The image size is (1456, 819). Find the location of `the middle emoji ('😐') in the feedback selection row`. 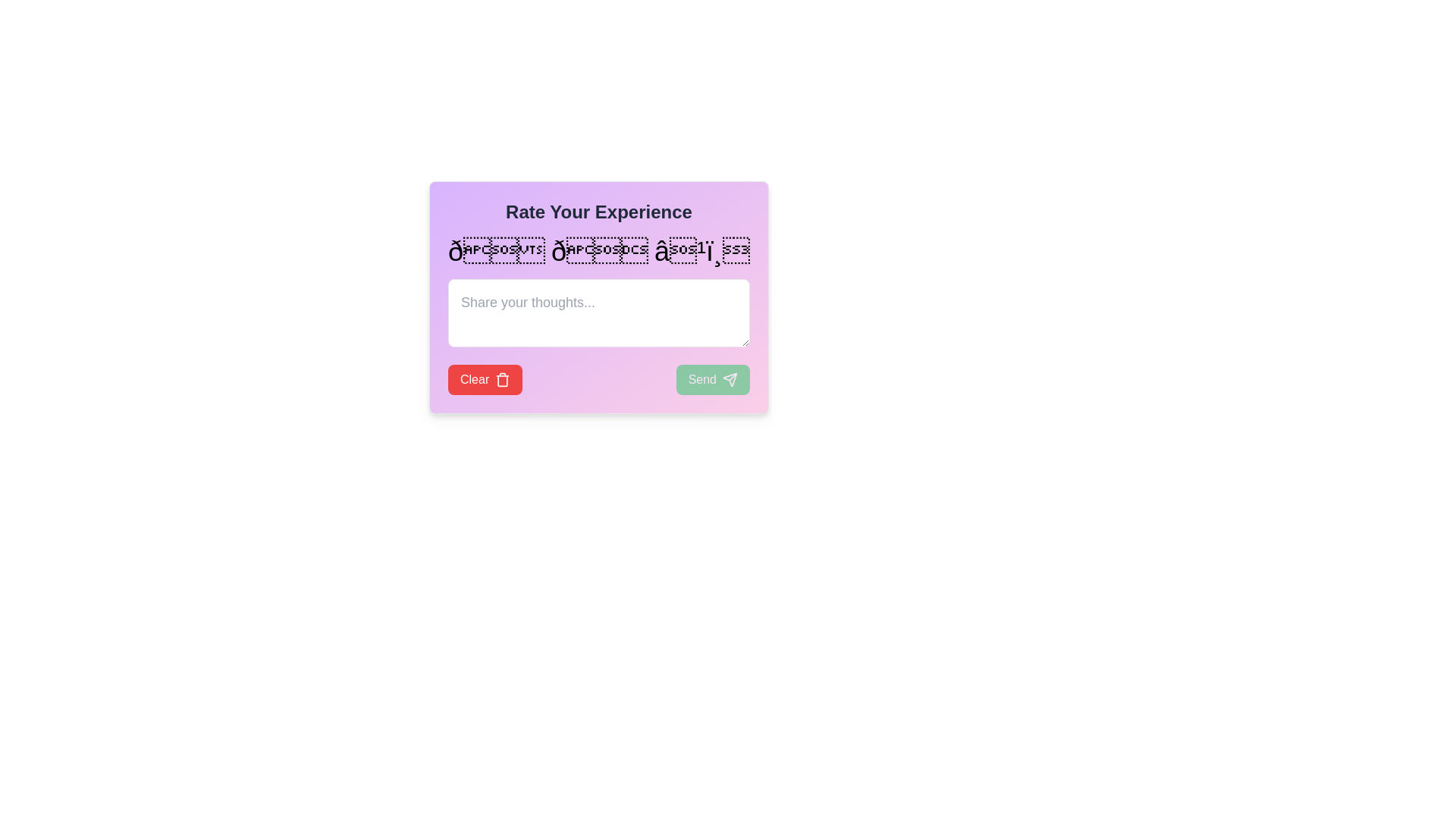

the middle emoji ('😐') in the feedback selection row is located at coordinates (599, 250).